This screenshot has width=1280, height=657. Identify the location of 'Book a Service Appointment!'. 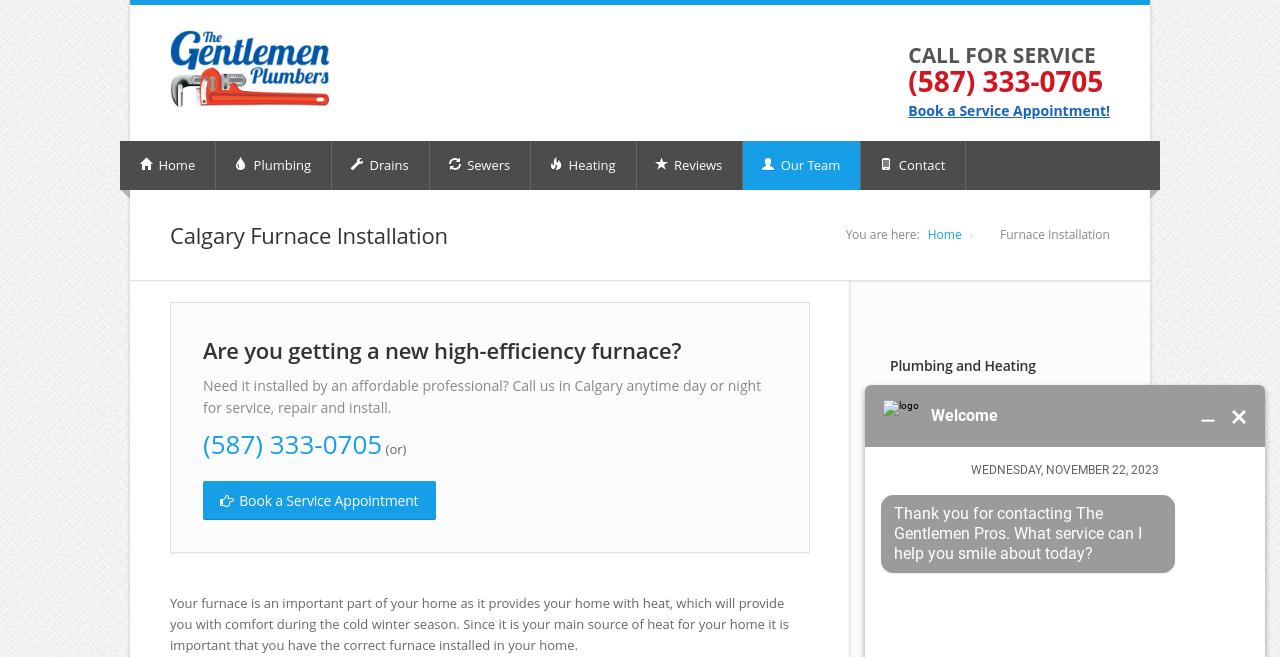
(1009, 109).